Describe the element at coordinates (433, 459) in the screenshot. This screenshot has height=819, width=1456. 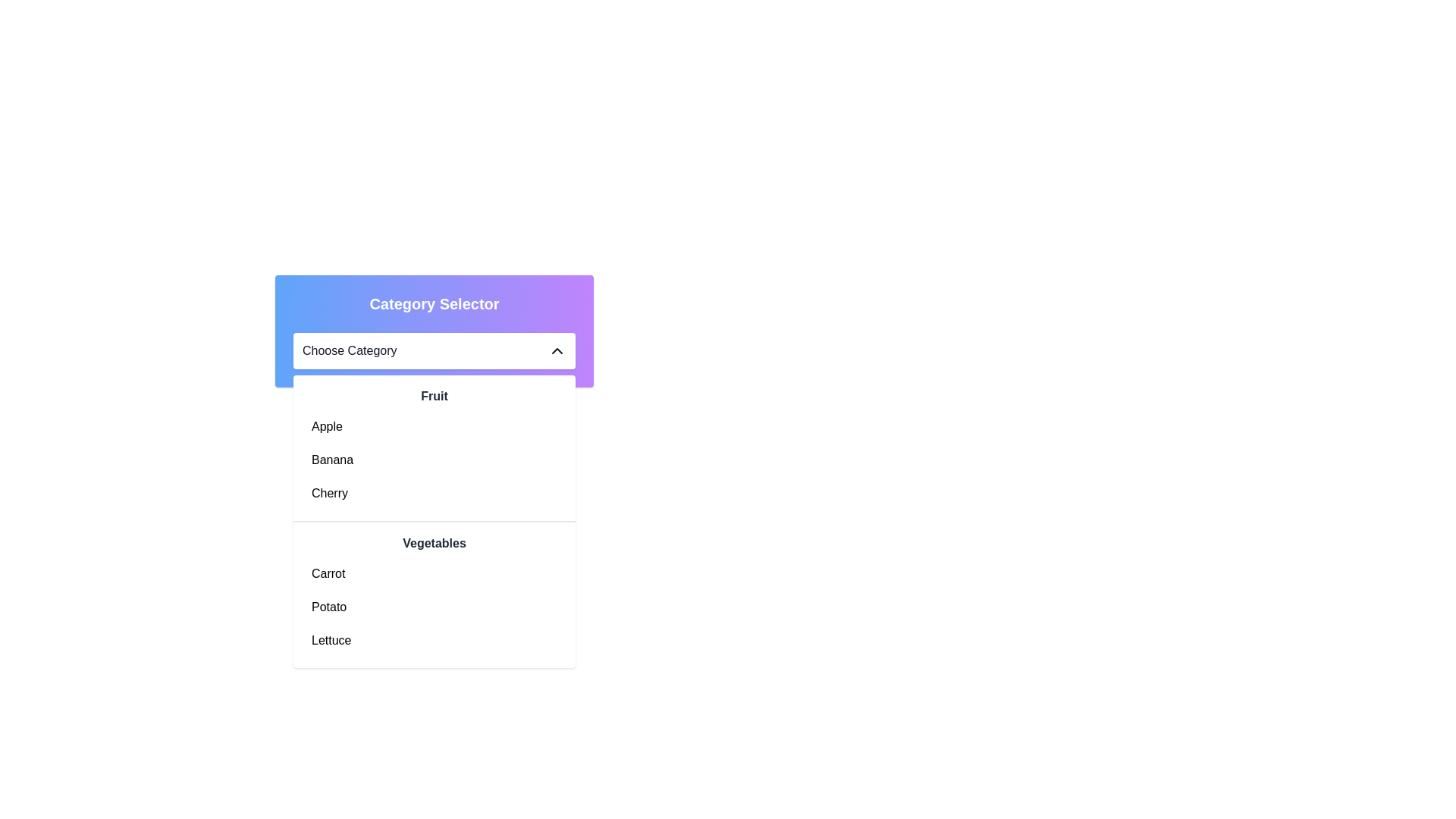
I see `the second item in the selection menu representing 'Banana' under the 'Fruit' category` at that location.